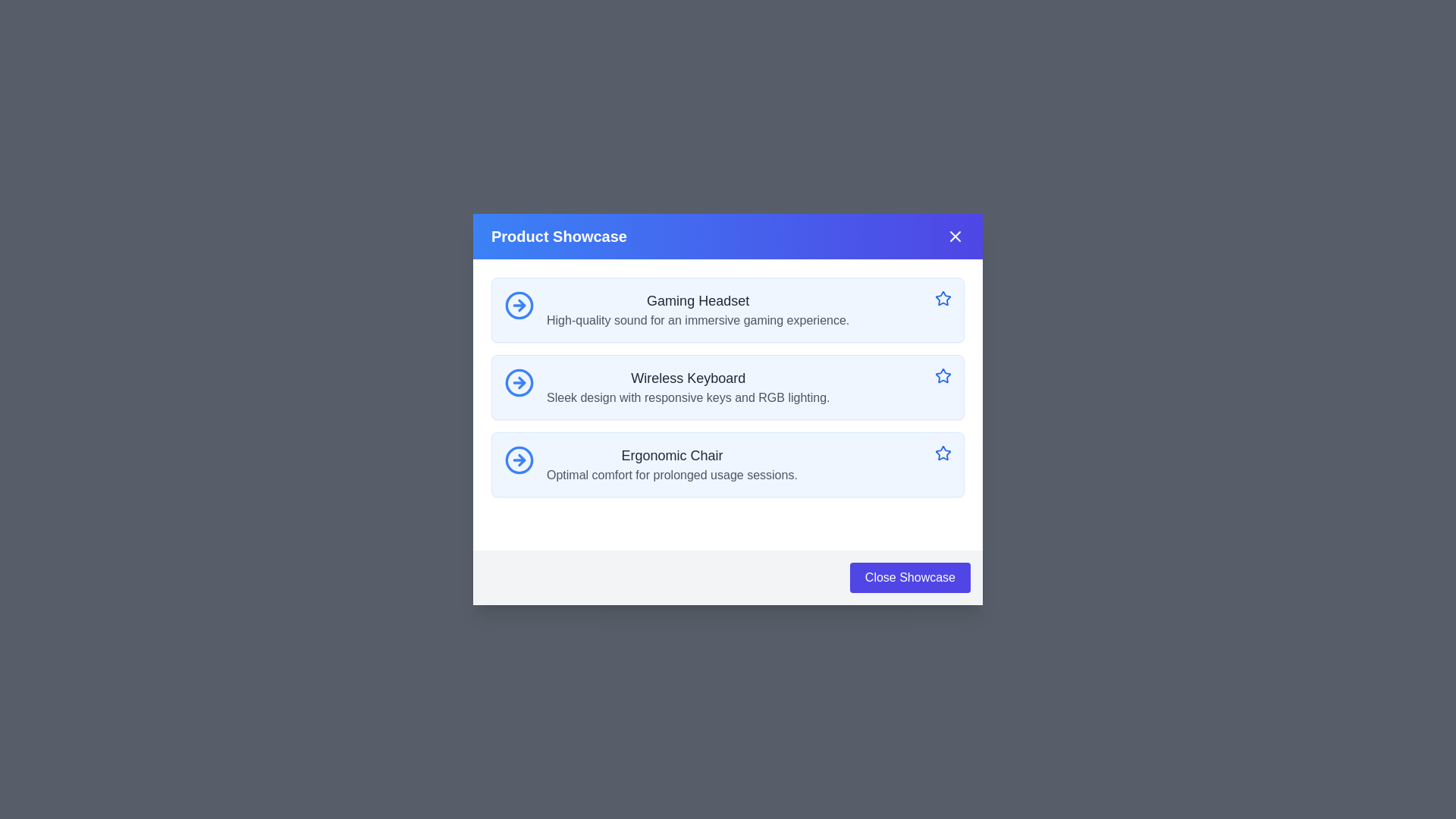  Describe the element at coordinates (728, 464) in the screenshot. I see `the display card for 'Ergonomic Chair' which is the third card in a vertical list, positioned below the 'Wireless Keyboard' card` at that location.